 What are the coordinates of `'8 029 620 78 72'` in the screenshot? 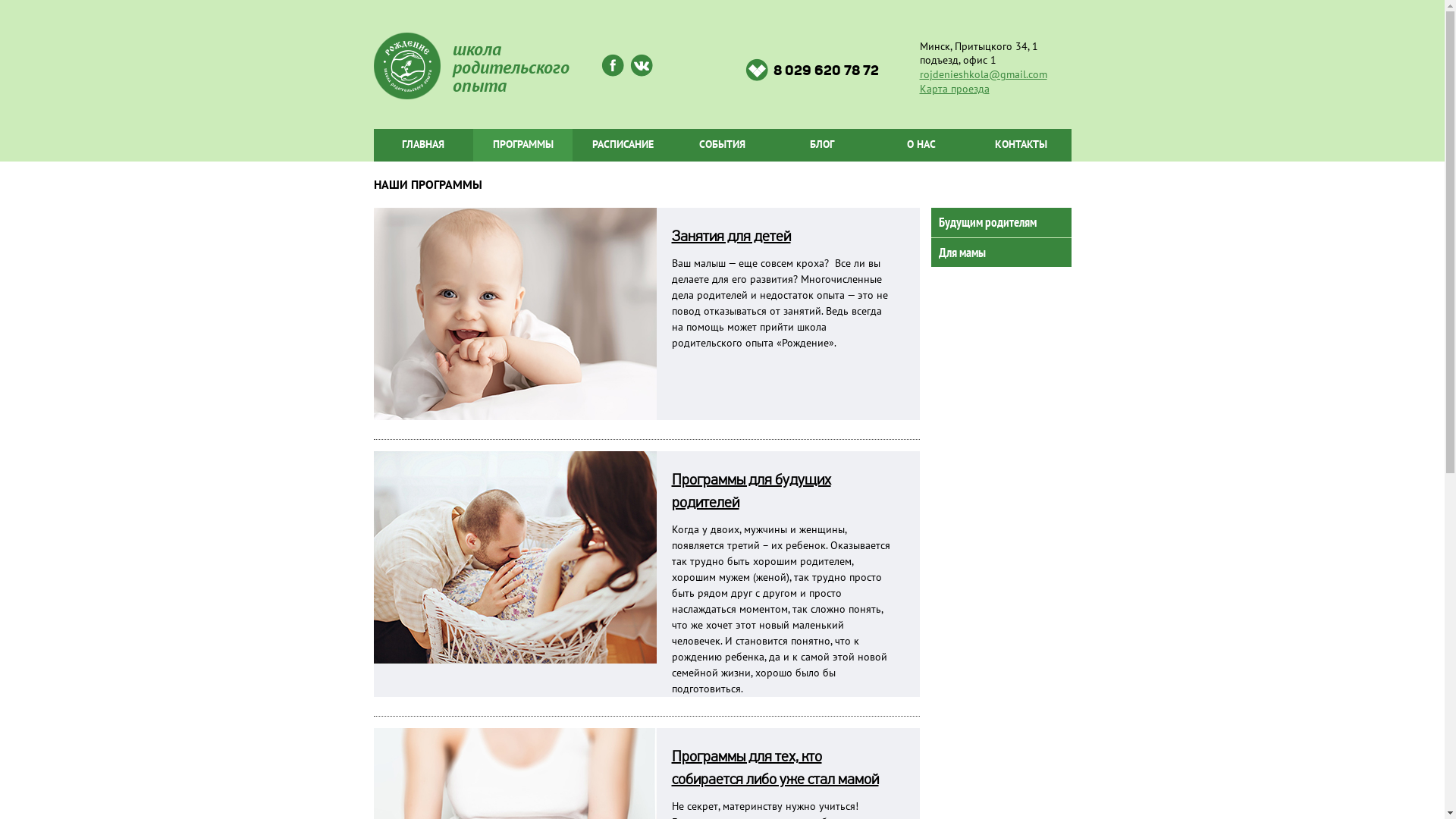 It's located at (811, 70).